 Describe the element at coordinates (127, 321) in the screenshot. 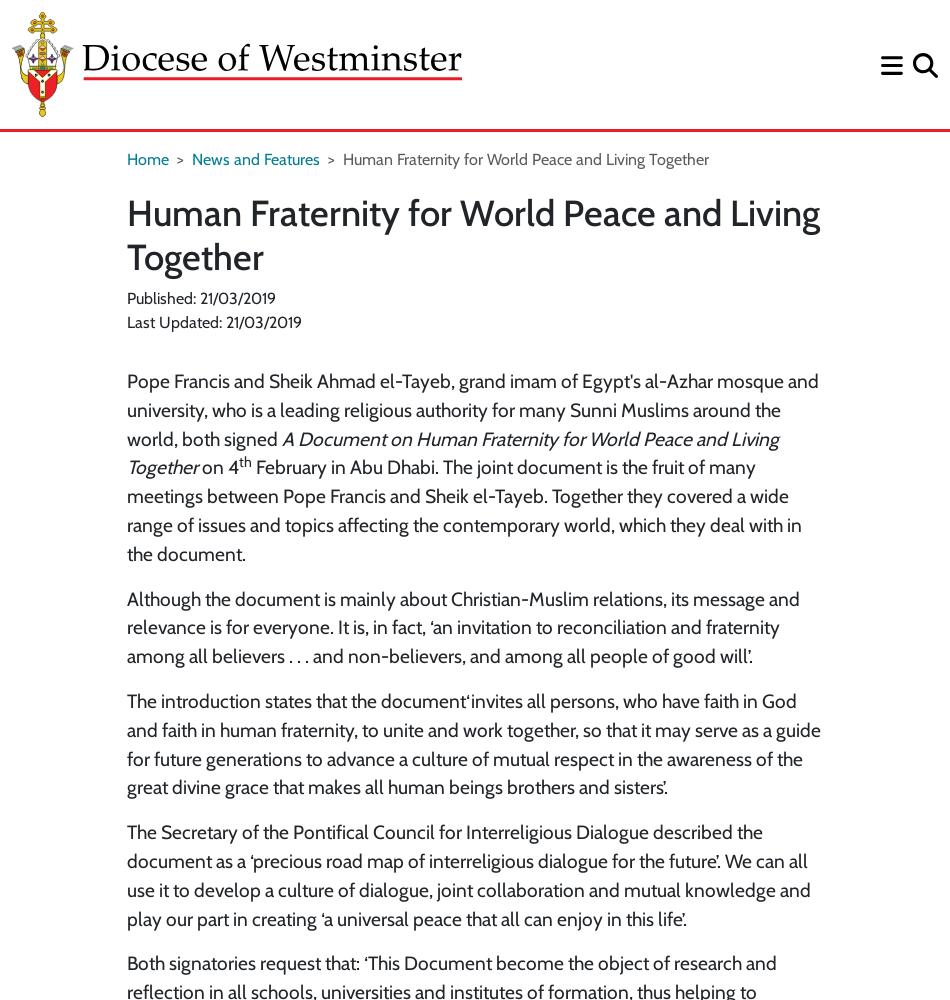

I see `'Last Updated:'` at that location.